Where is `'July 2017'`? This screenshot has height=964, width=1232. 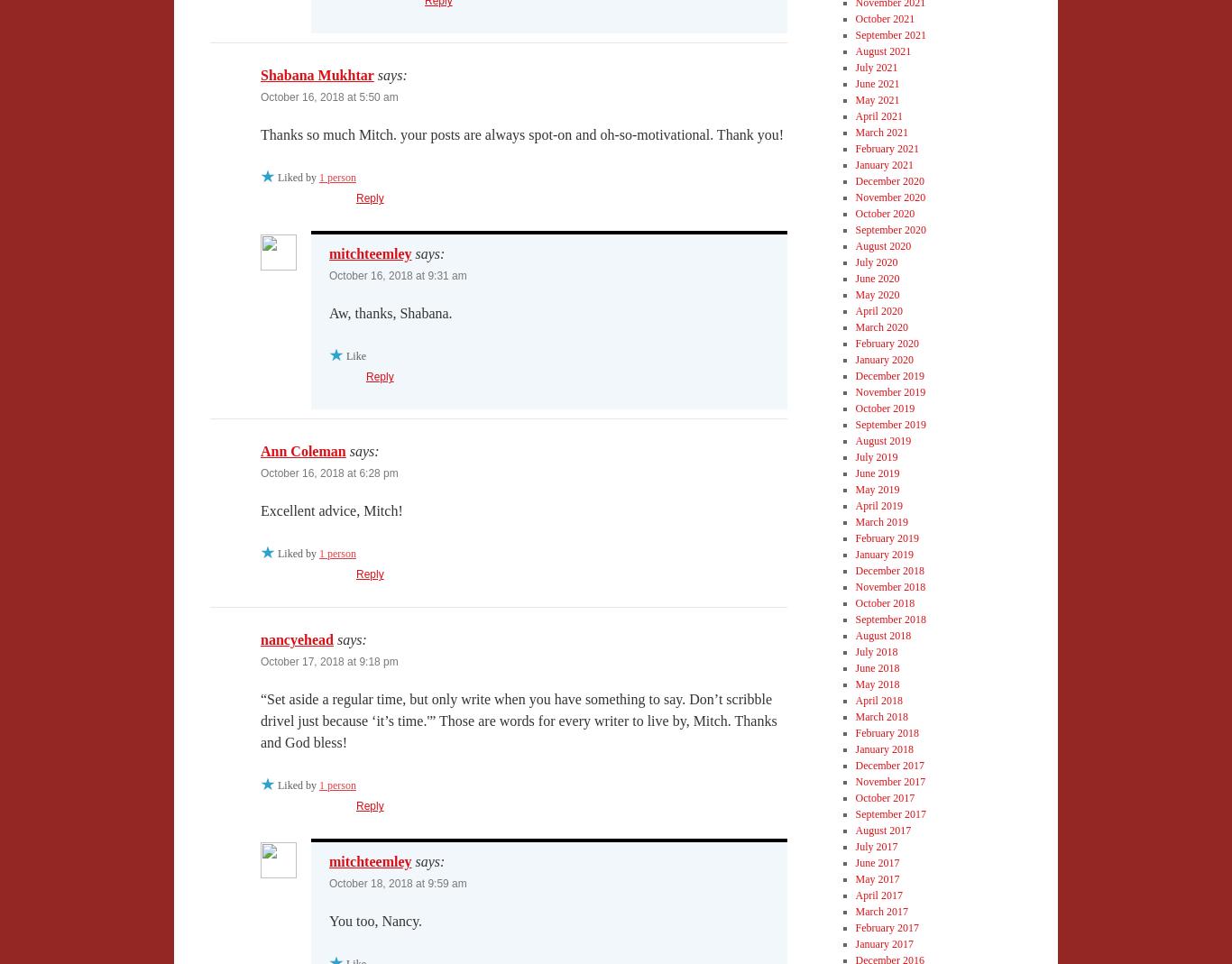 'July 2017' is located at coordinates (876, 845).